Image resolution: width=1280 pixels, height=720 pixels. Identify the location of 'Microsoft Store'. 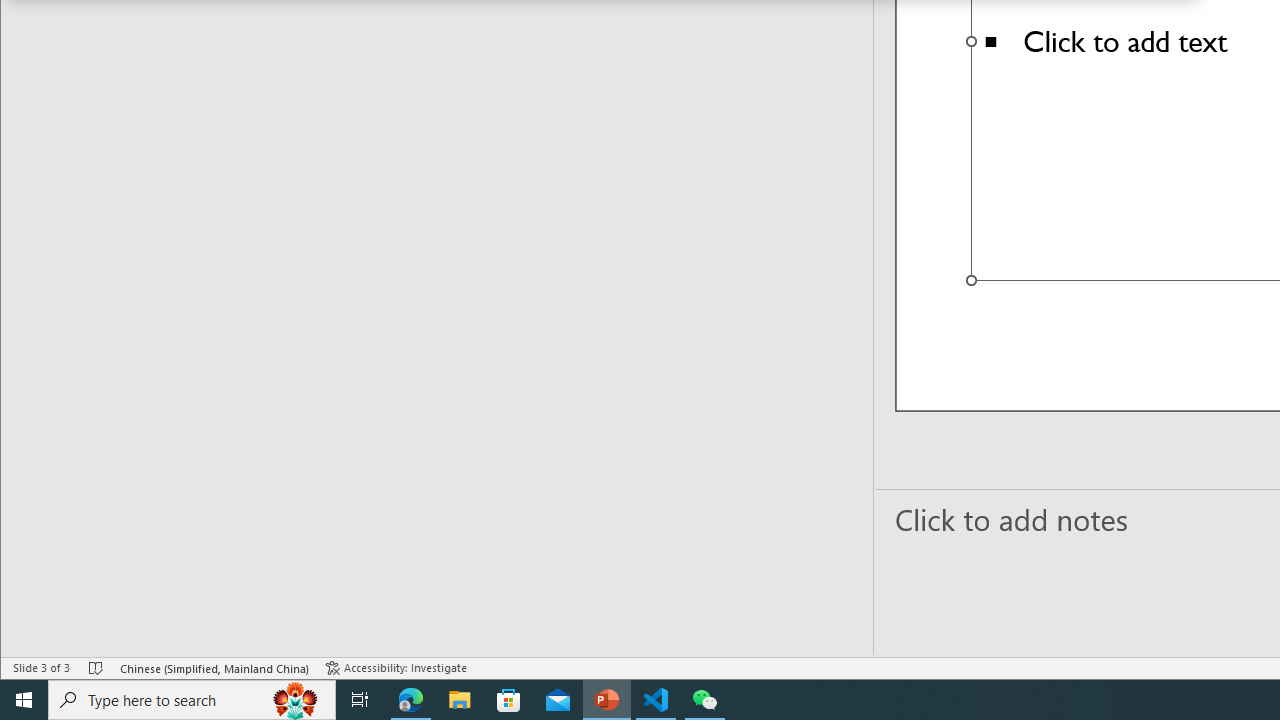
(509, 698).